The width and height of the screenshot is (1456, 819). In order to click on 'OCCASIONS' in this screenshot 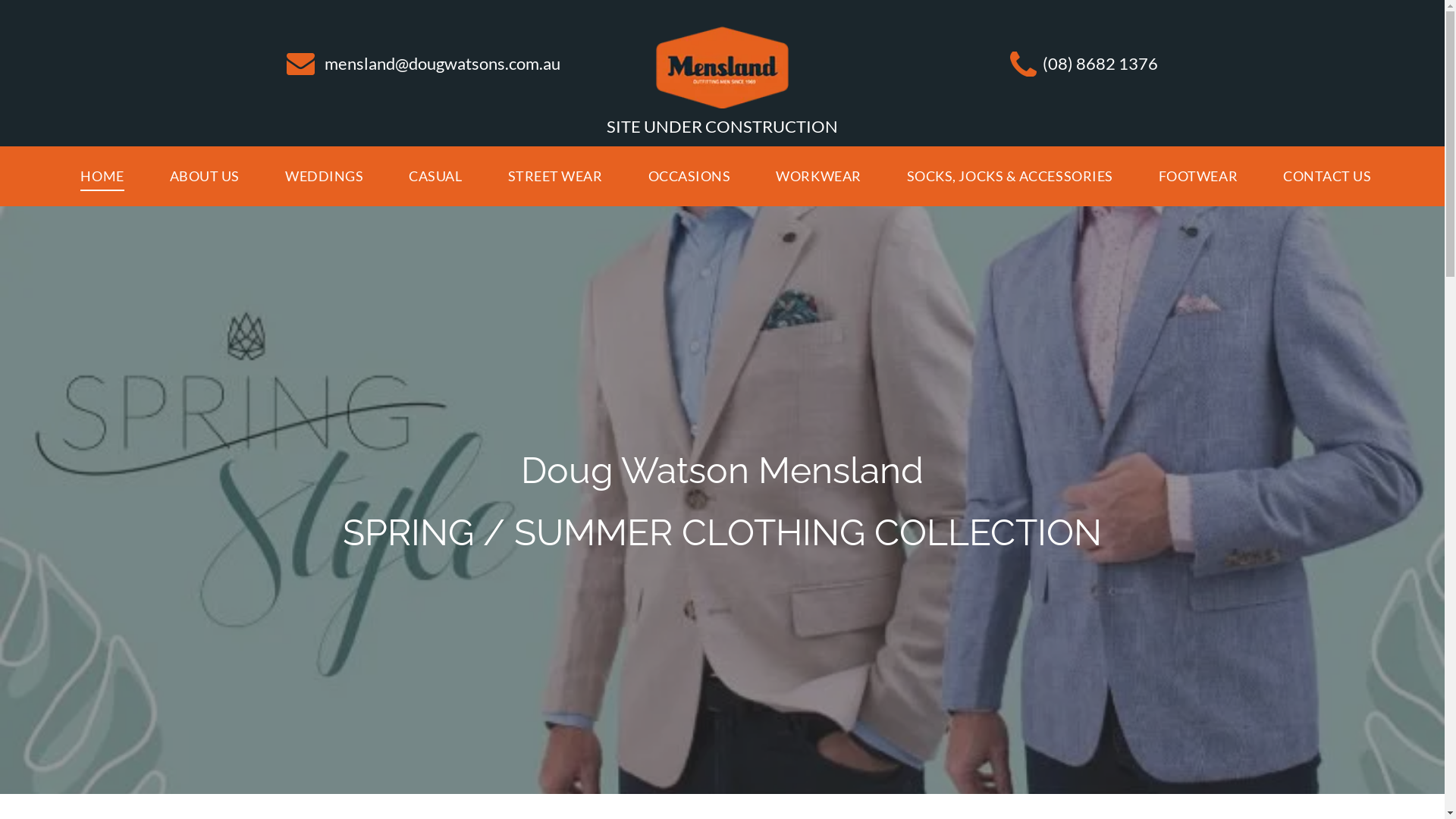, I will do `click(689, 175)`.